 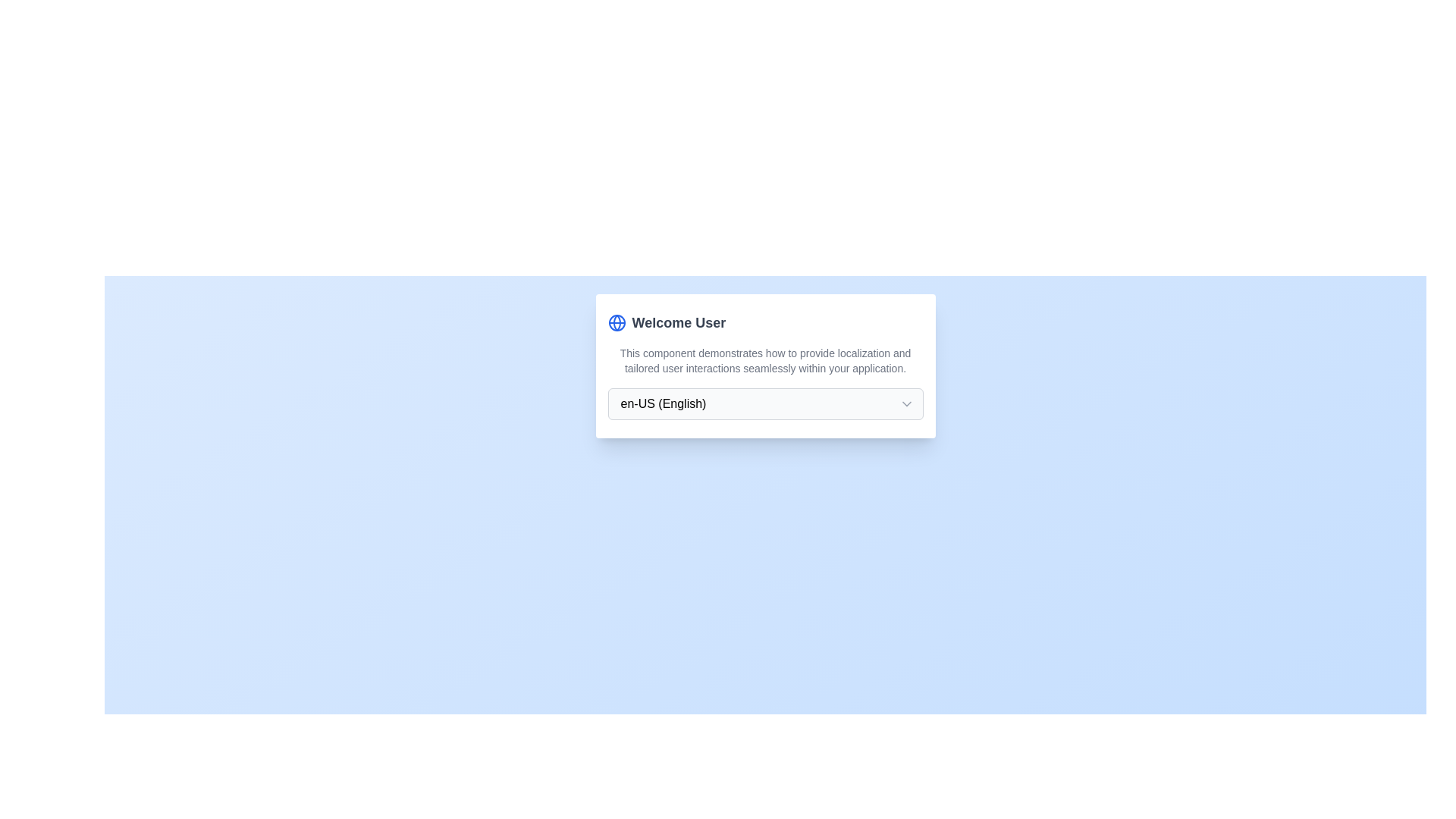 I want to click on the downwards-pointing chevron arrow icon located in the rightmost part of the text input field displaying 'en-US (English)', so click(x=906, y=403).